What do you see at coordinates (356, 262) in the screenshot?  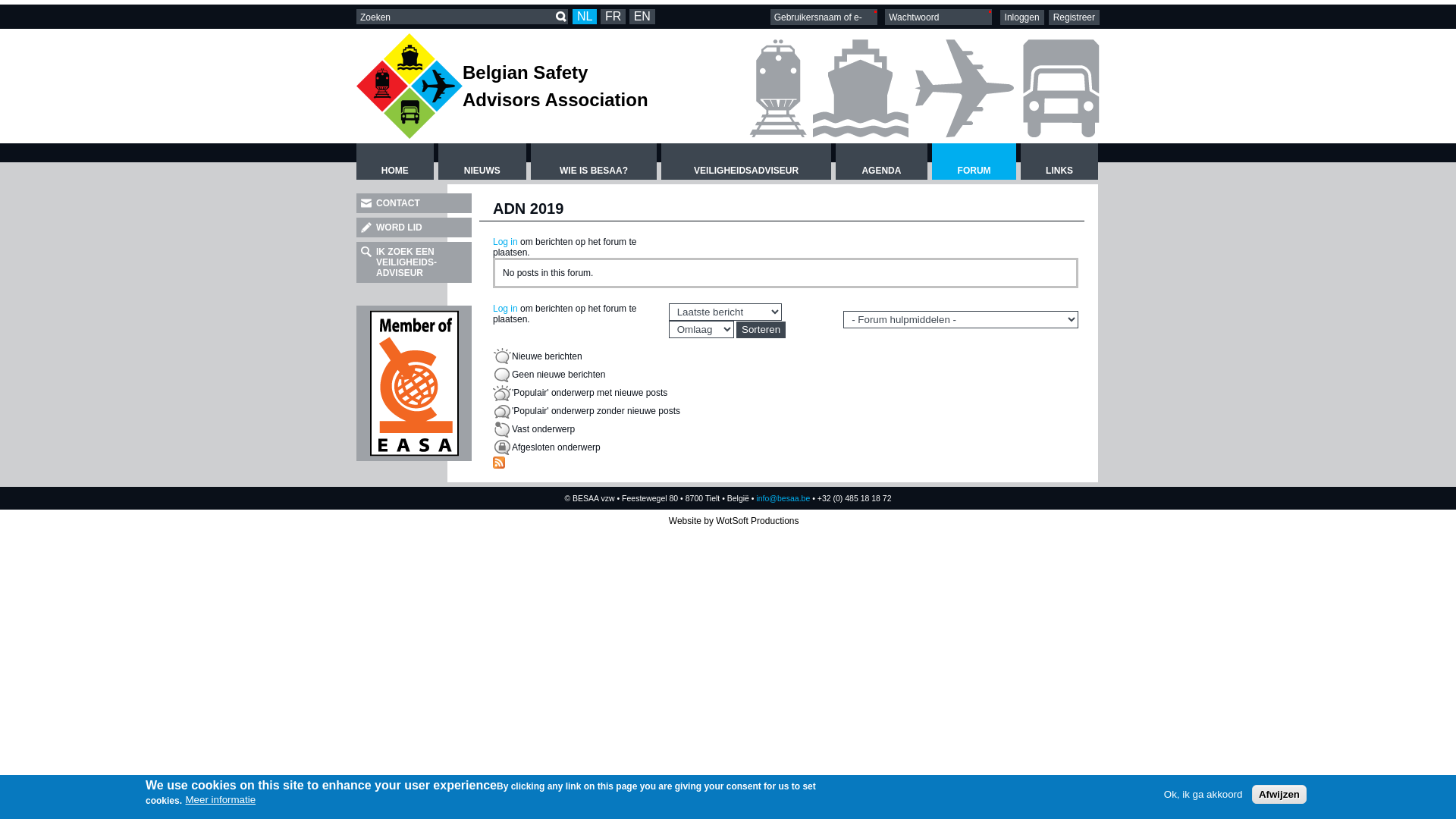 I see `'IK ZOEK EEN VEILIGHEIDS-ADVISEUR'` at bounding box center [356, 262].